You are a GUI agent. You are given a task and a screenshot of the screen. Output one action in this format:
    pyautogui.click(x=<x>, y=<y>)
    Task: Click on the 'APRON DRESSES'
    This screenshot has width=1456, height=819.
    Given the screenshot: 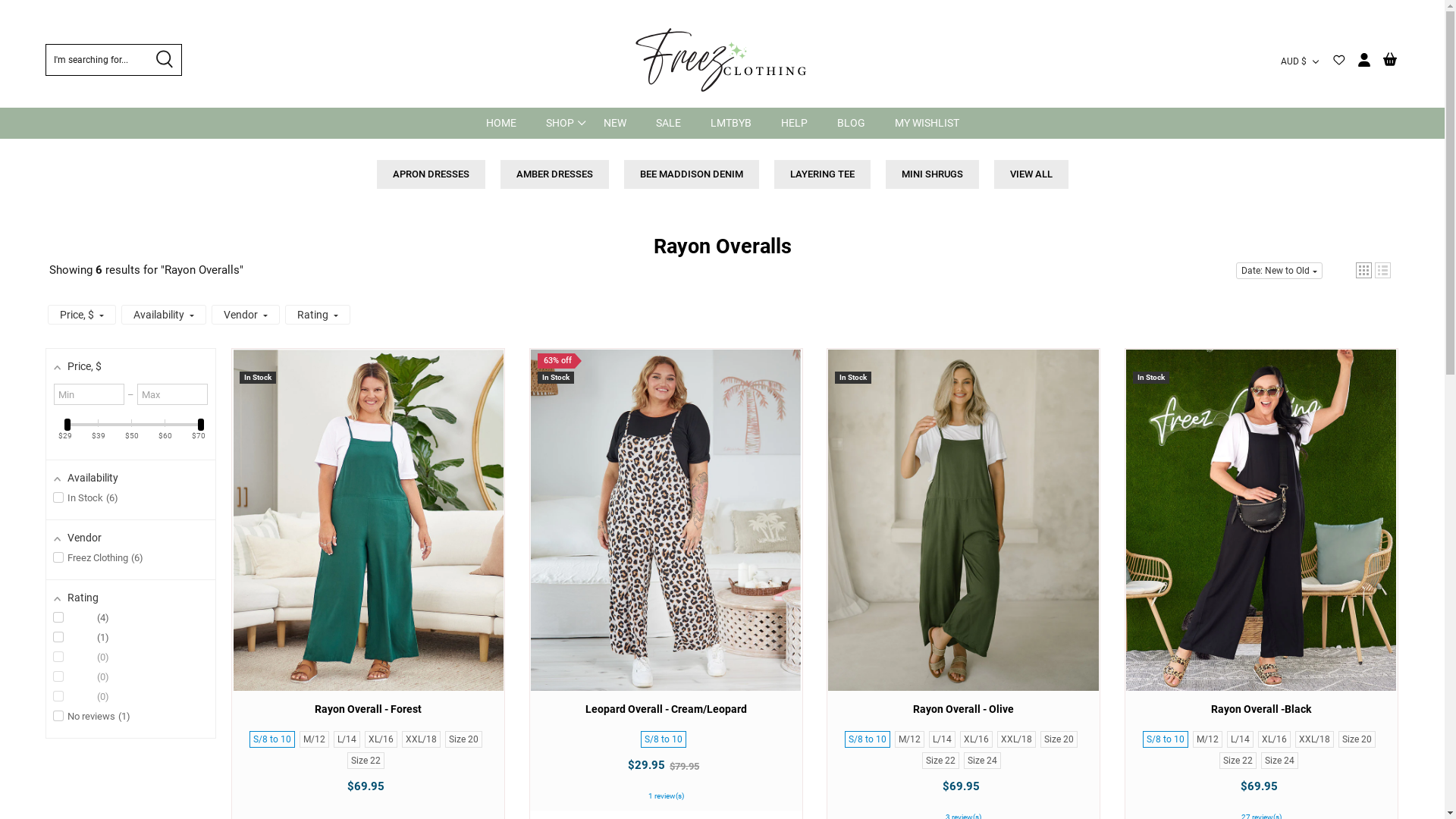 What is the action you would take?
    pyautogui.click(x=429, y=174)
    